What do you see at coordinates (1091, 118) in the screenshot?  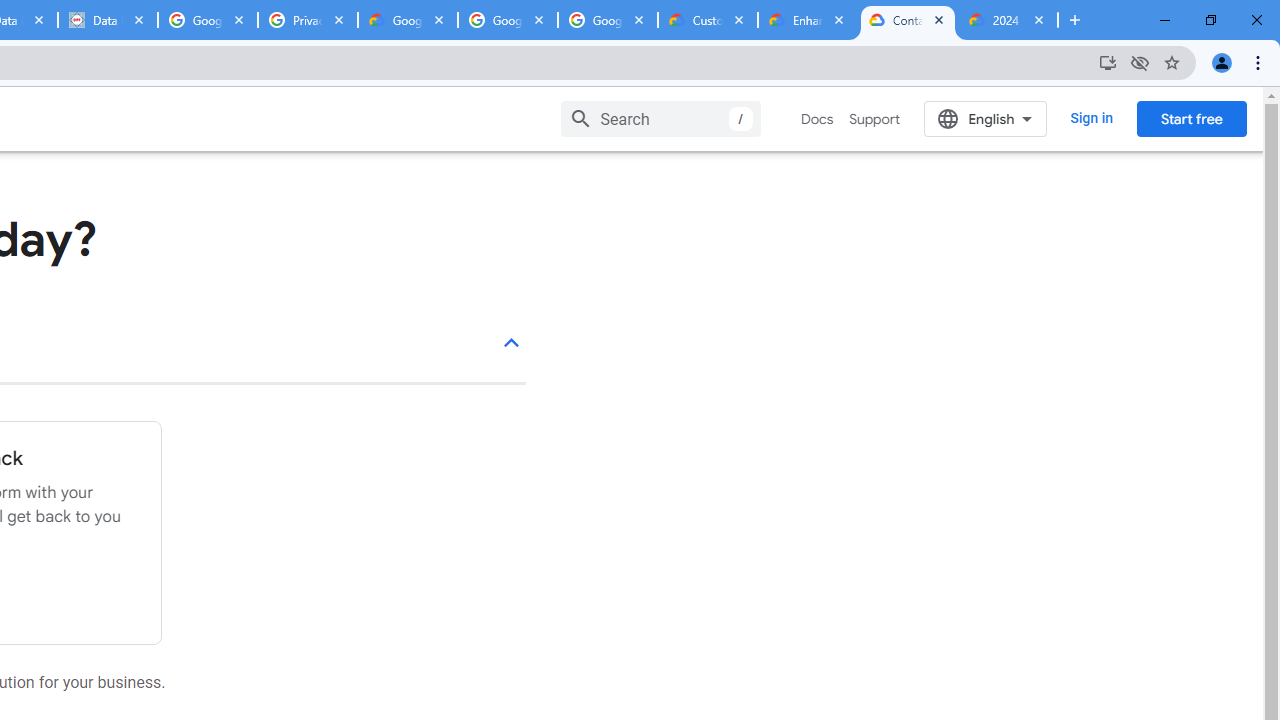 I see `'Sign in'` at bounding box center [1091, 118].